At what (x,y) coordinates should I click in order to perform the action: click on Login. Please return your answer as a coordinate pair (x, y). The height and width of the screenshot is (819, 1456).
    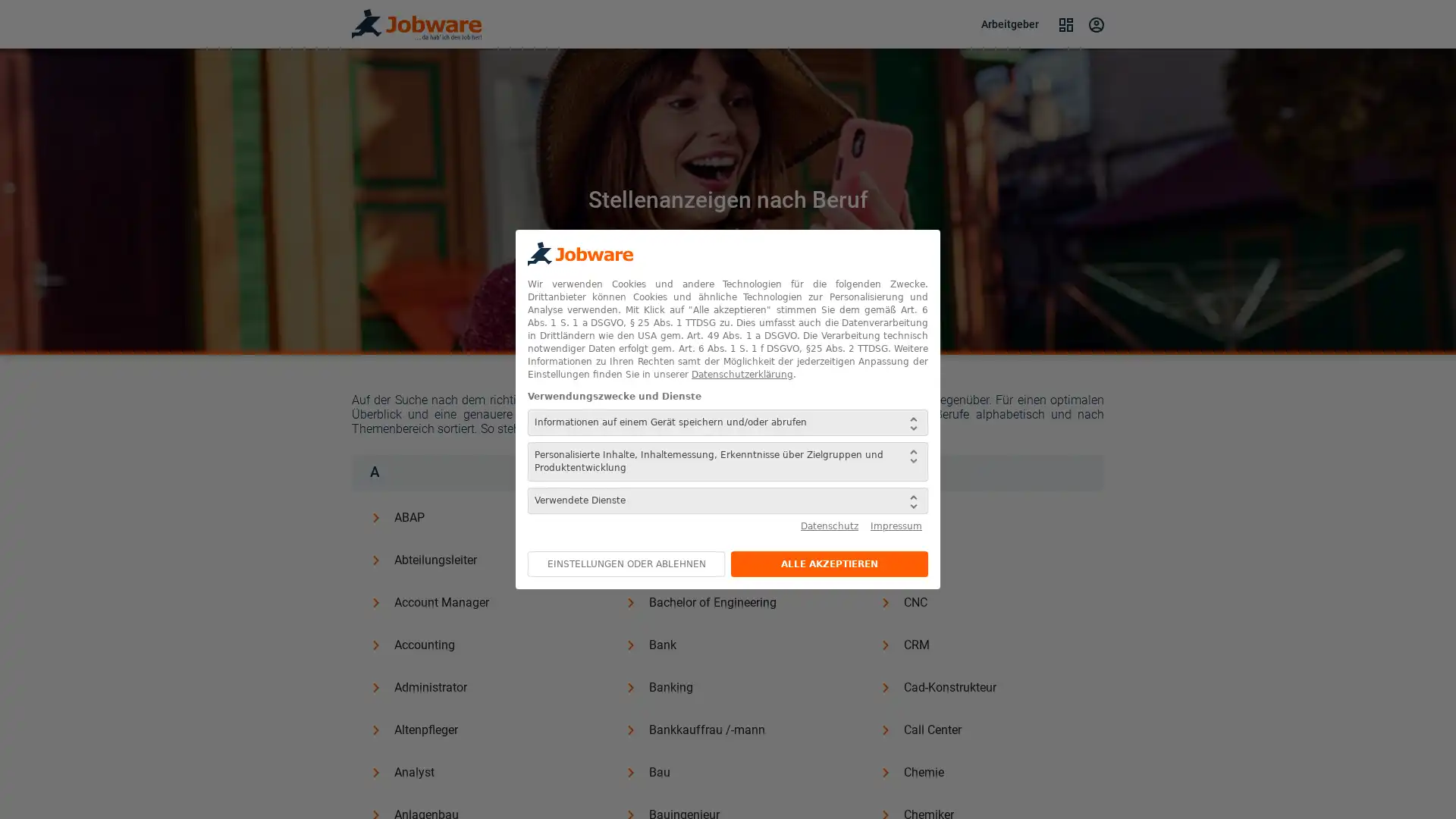
    Looking at the image, I should click on (1096, 24).